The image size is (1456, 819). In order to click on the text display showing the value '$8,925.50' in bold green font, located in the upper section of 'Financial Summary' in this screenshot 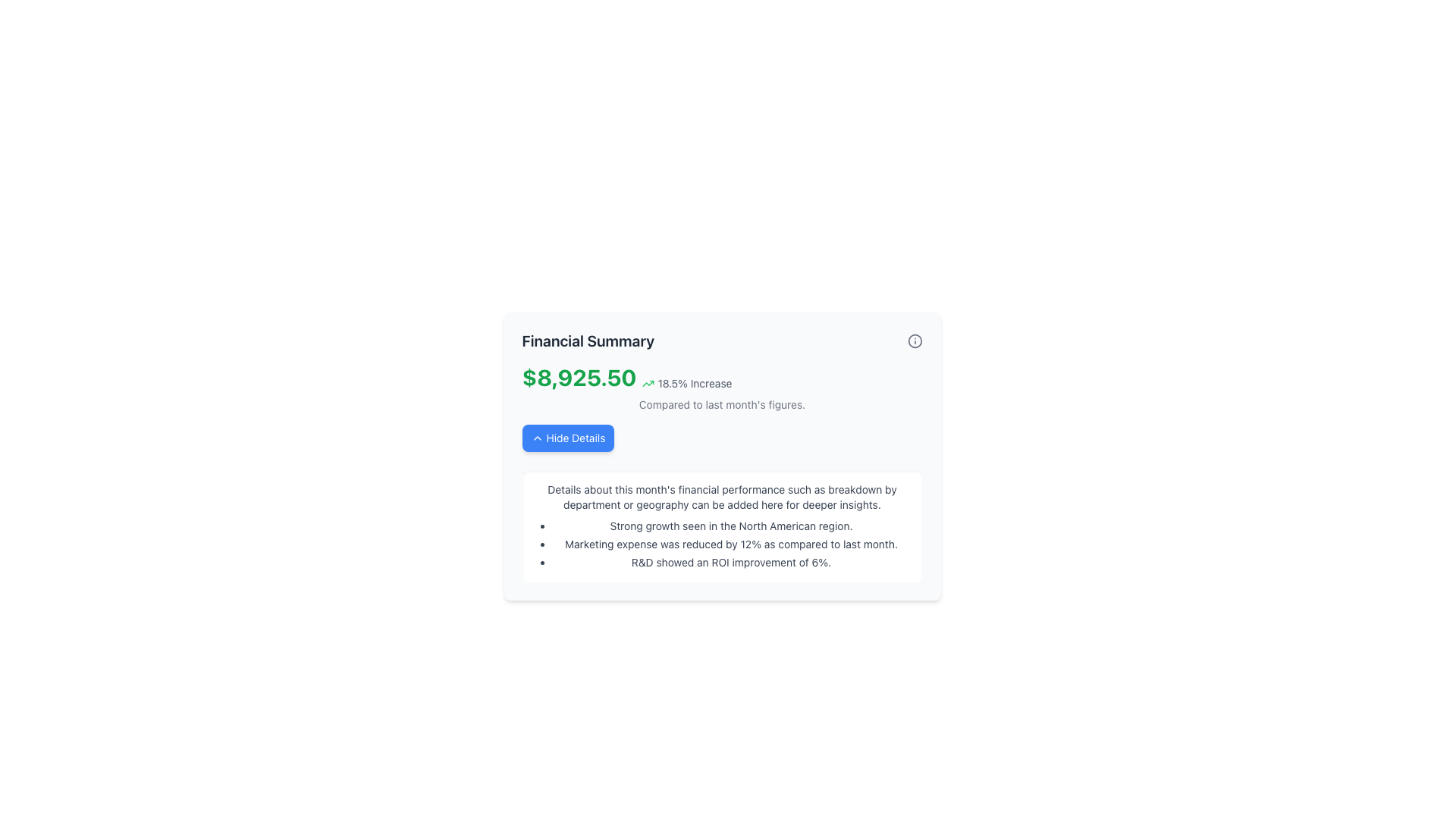, I will do `click(578, 376)`.